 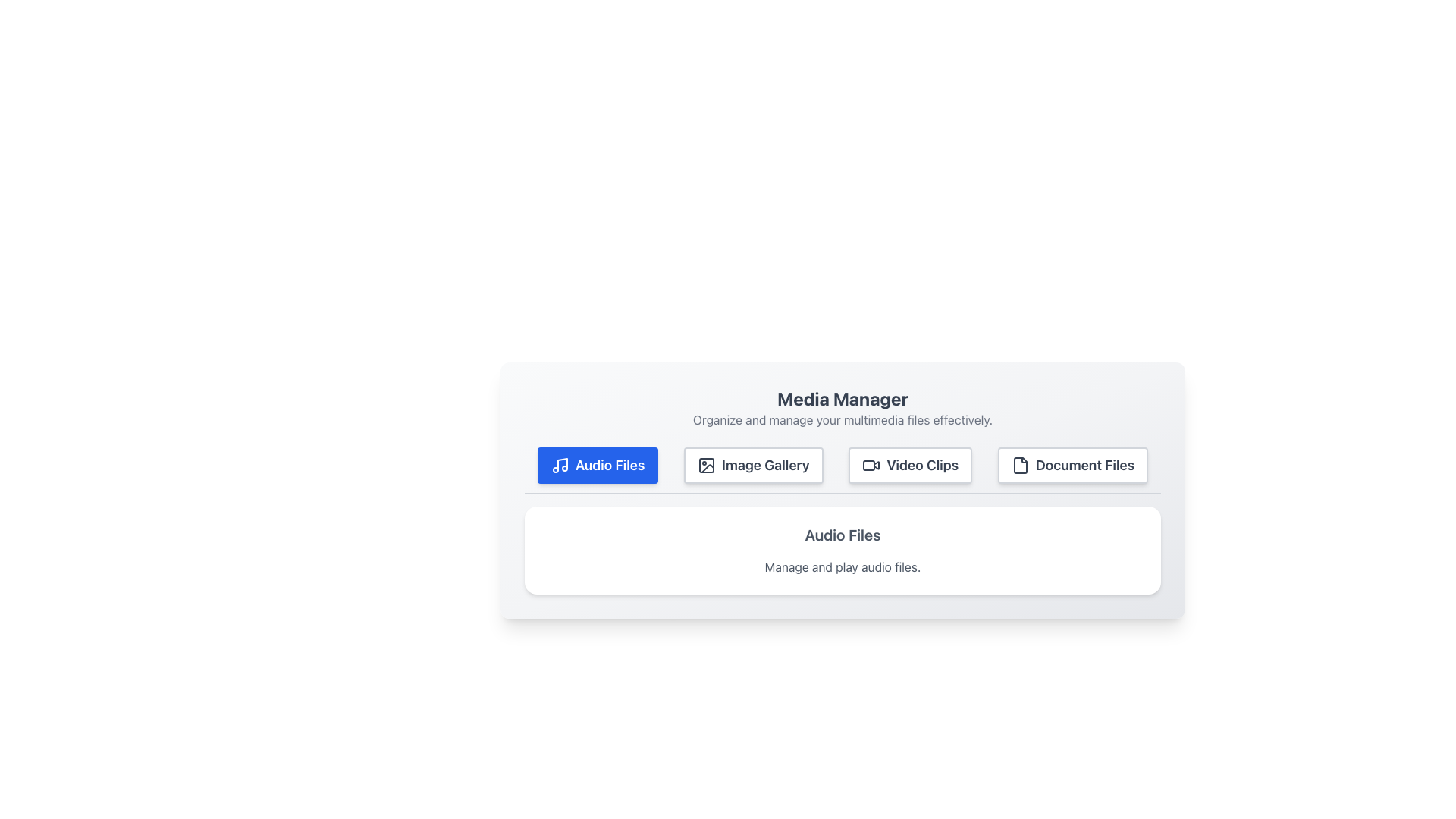 I want to click on the 'Image Gallery' icon, which is located to the left of the button's text and is the second button in a row of four in the central panel, so click(x=706, y=464).